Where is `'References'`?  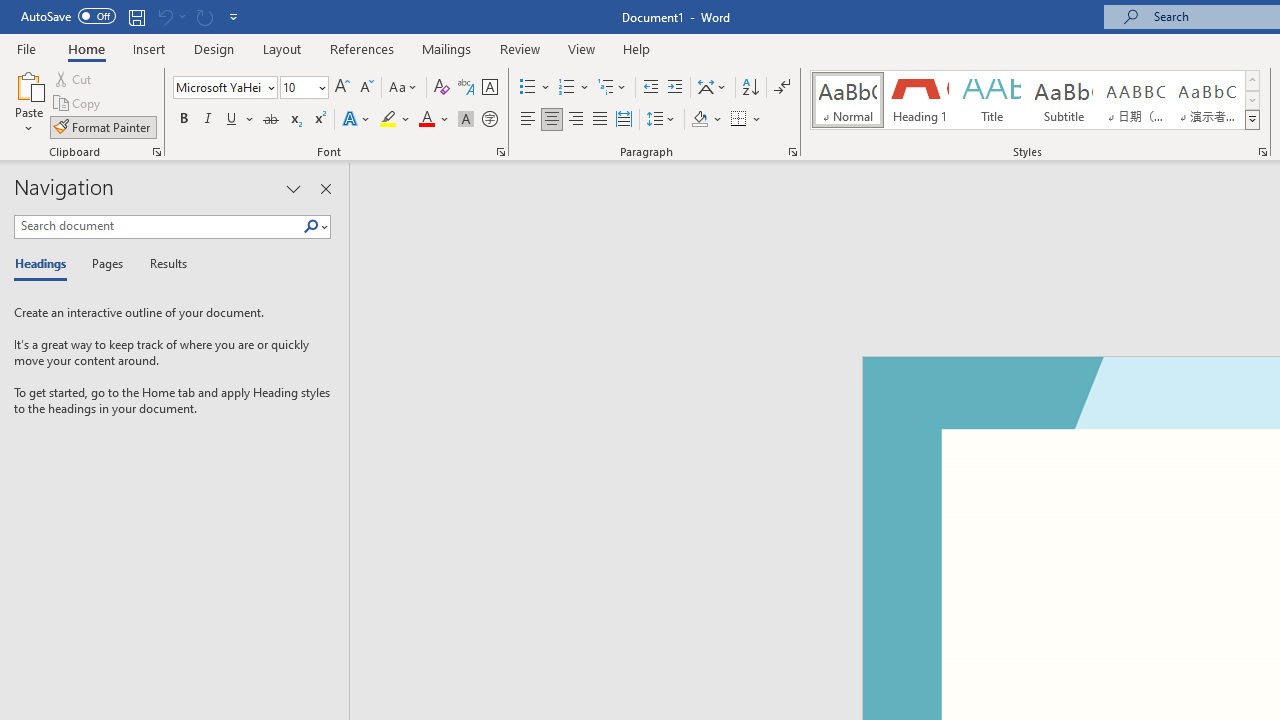
'References' is located at coordinates (362, 48).